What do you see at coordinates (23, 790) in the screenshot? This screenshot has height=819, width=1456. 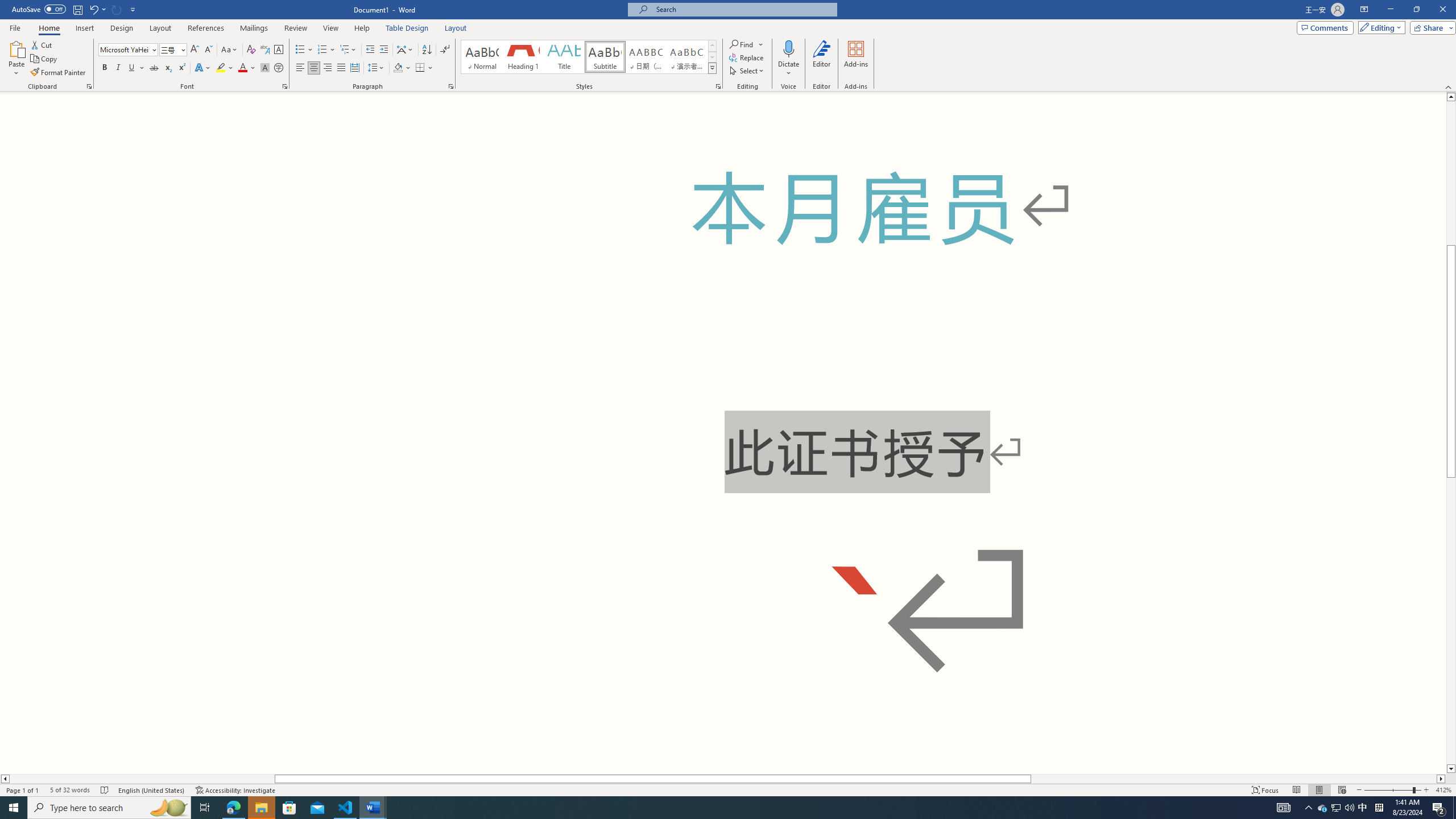 I see `'Page Number Page 1 of 1'` at bounding box center [23, 790].